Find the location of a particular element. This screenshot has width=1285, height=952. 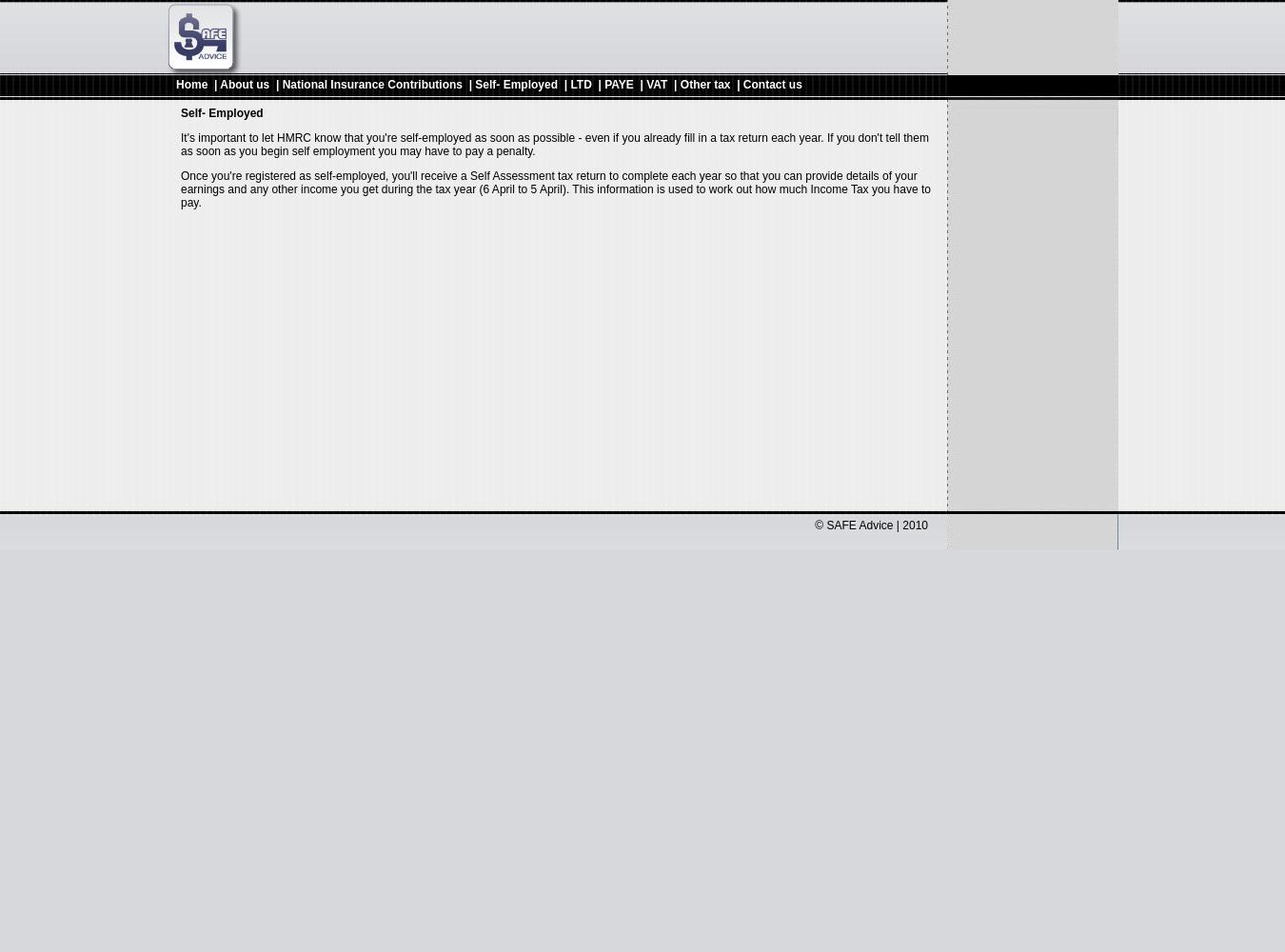

'Once you're registered as self-employed, you'll receive a Self Assessment tax return to complete each year so that you can provide details of your earnings and any other income you get during the tax year (6 April to 5 April). This information is used to work out how much Income Tax you have to pay.' is located at coordinates (555, 188).